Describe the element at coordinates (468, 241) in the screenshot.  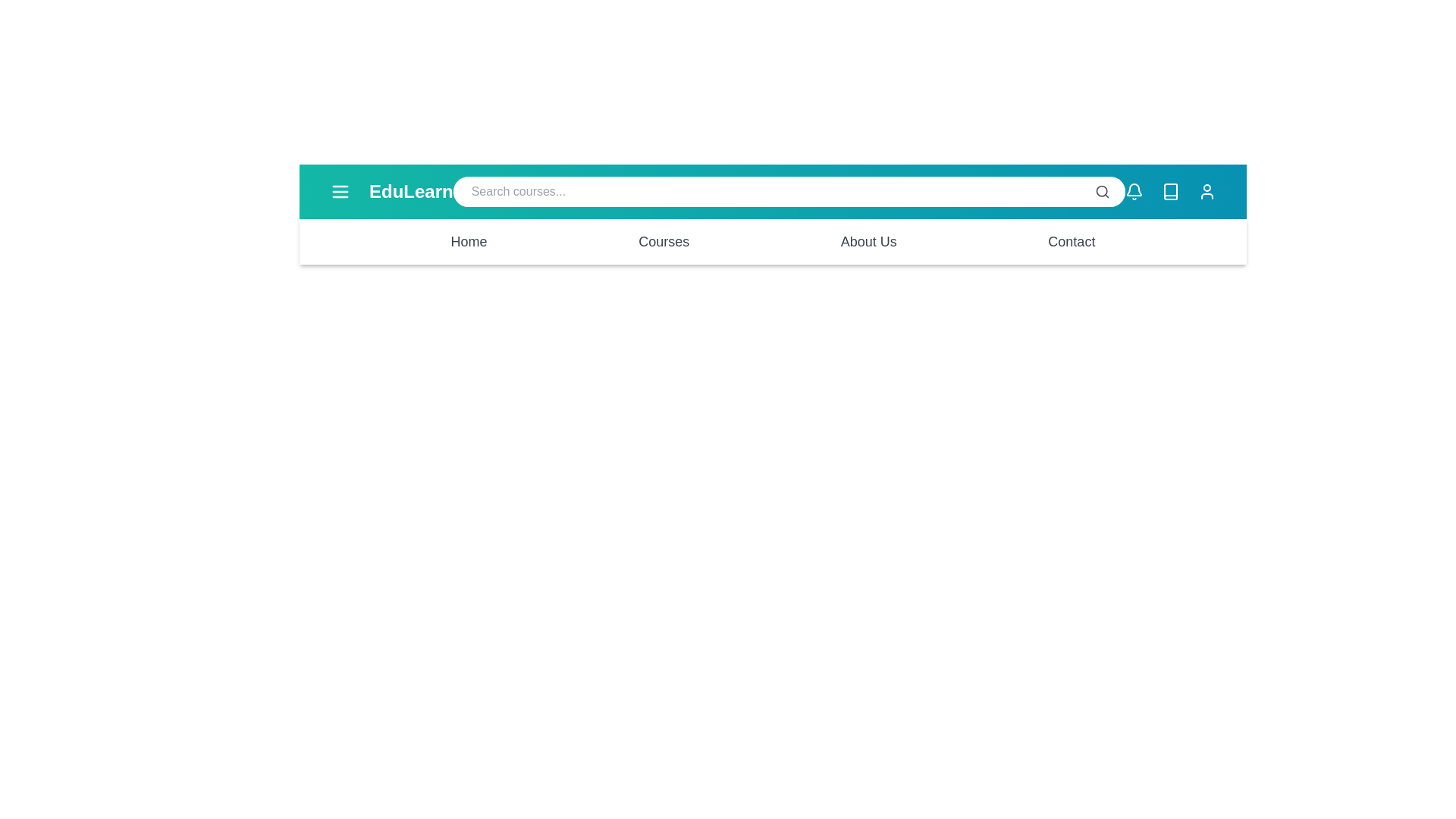
I see `the 'Home' menu item to navigate to the 'Home' section` at that location.